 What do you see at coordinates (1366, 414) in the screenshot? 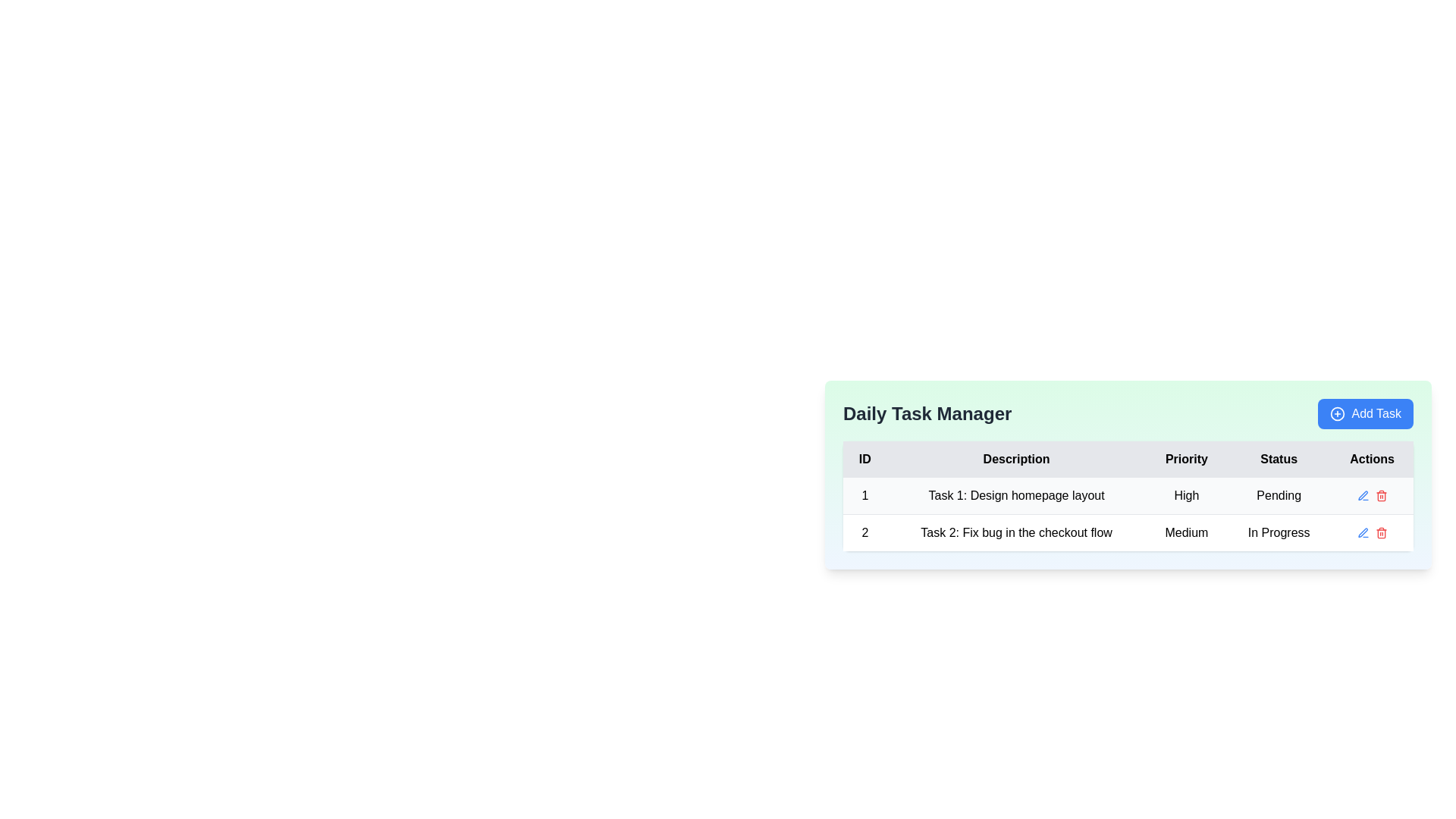
I see `the button located to the right of the 'Daily Task Manager' title` at bounding box center [1366, 414].